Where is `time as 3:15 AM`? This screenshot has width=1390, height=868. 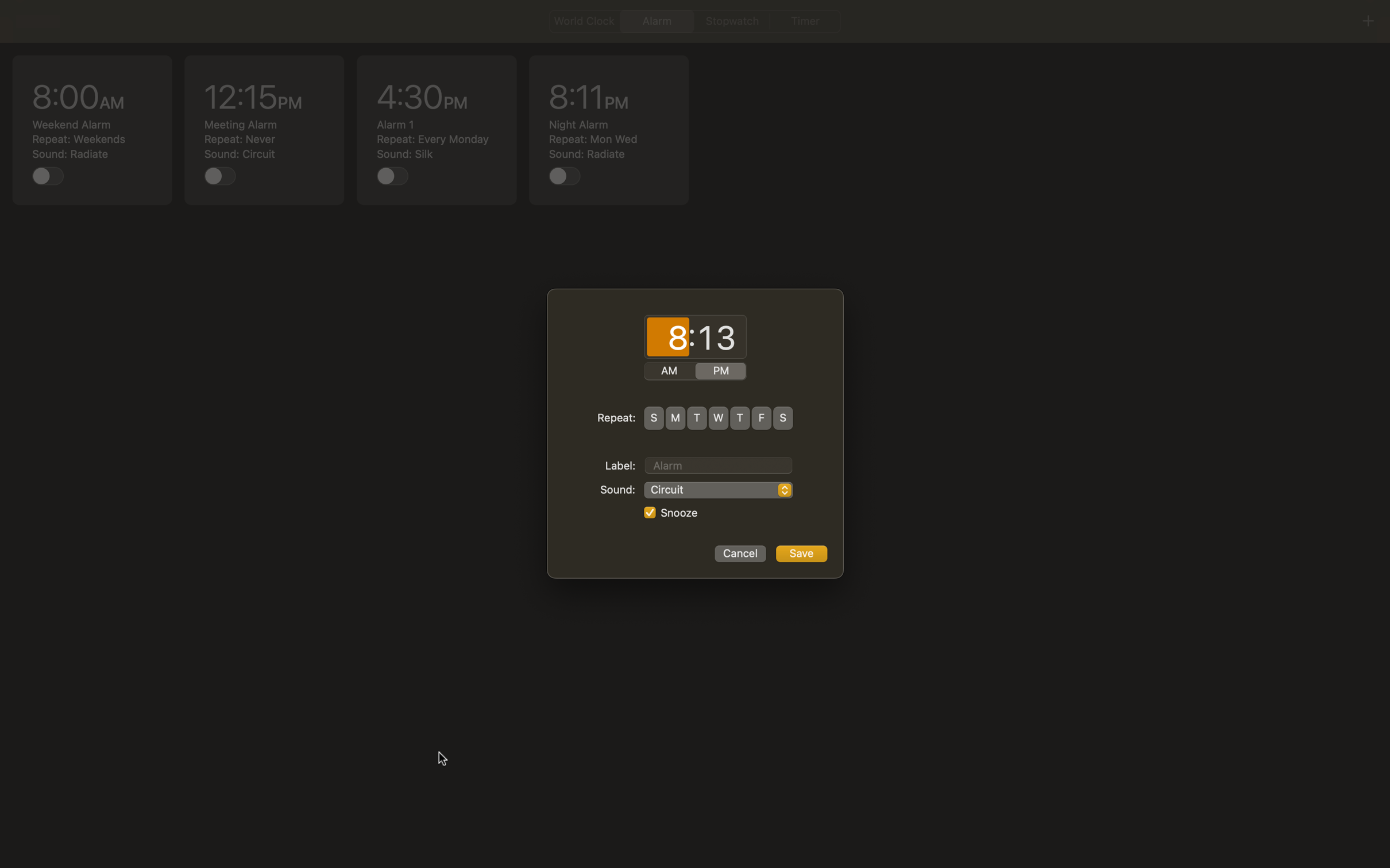 time as 3:15 AM is located at coordinates (667, 338).